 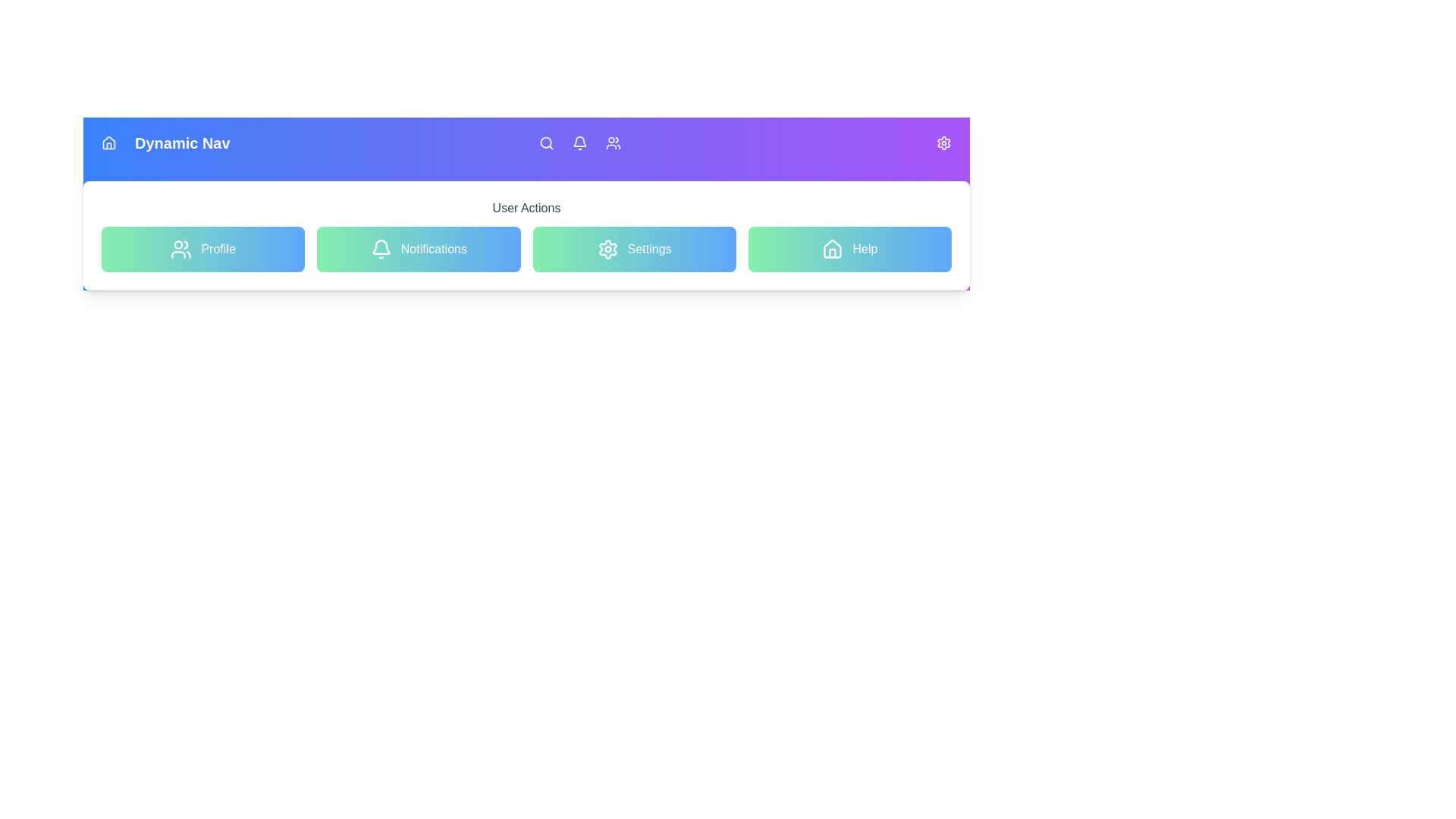 I want to click on the Profile button in the AdvancedNavBar component, so click(x=202, y=248).